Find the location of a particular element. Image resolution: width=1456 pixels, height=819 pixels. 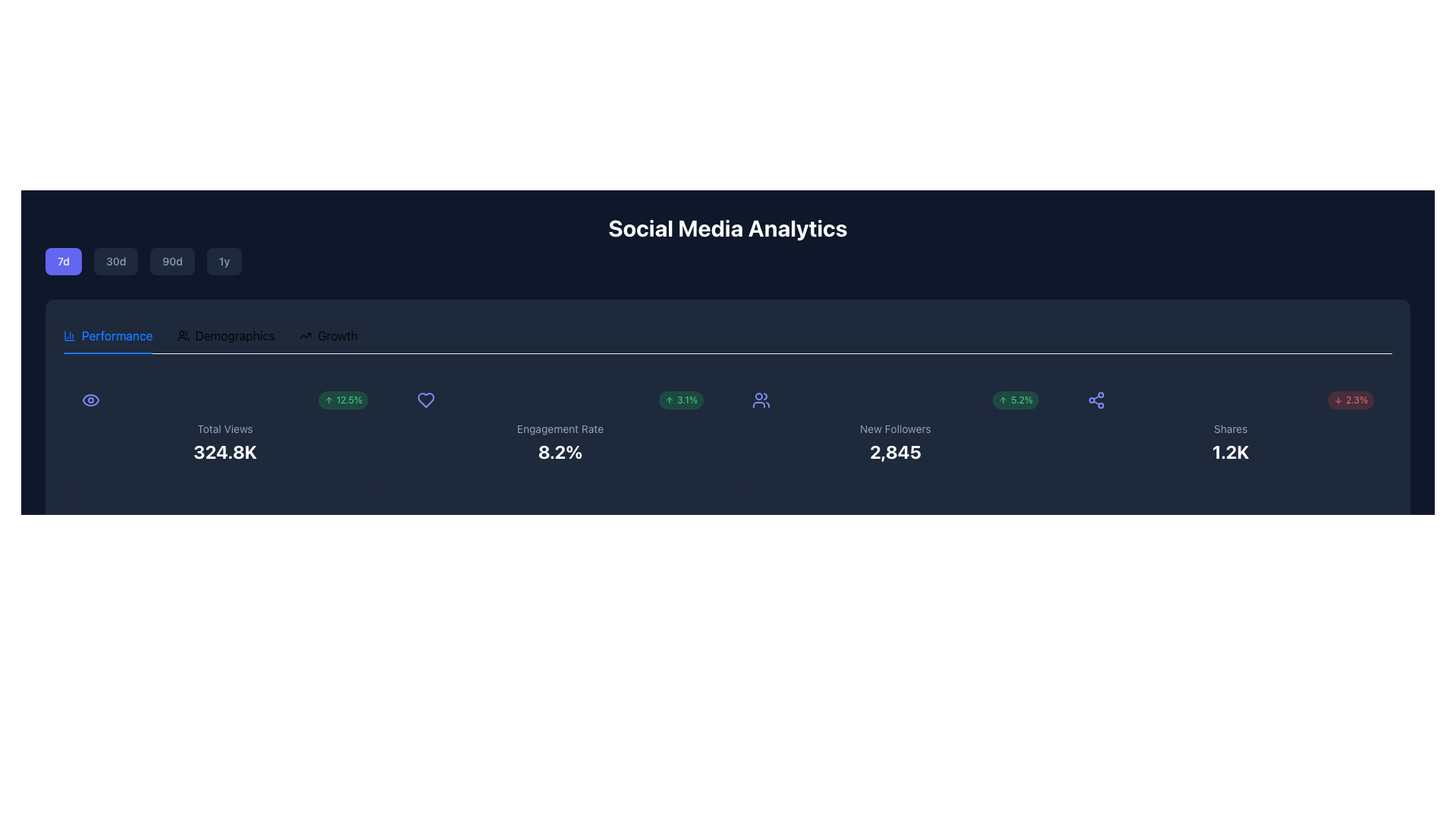

the text display showing the percentage value '8.2%' in bold on a dark background, located below the 'Engagement Rate' label is located at coordinates (560, 451).